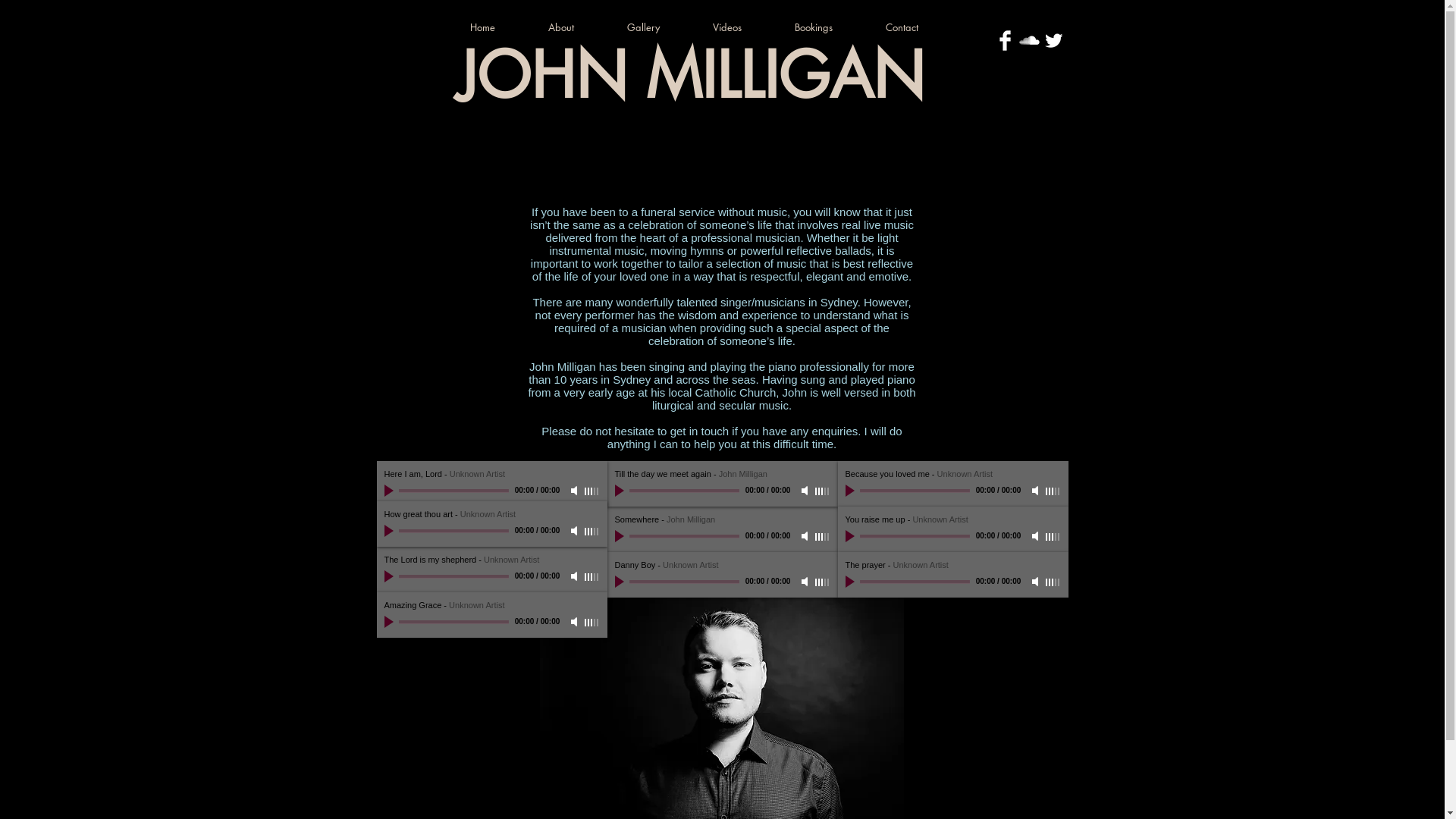  Describe the element at coordinates (657, 27) in the screenshot. I see `'Gallery'` at that location.